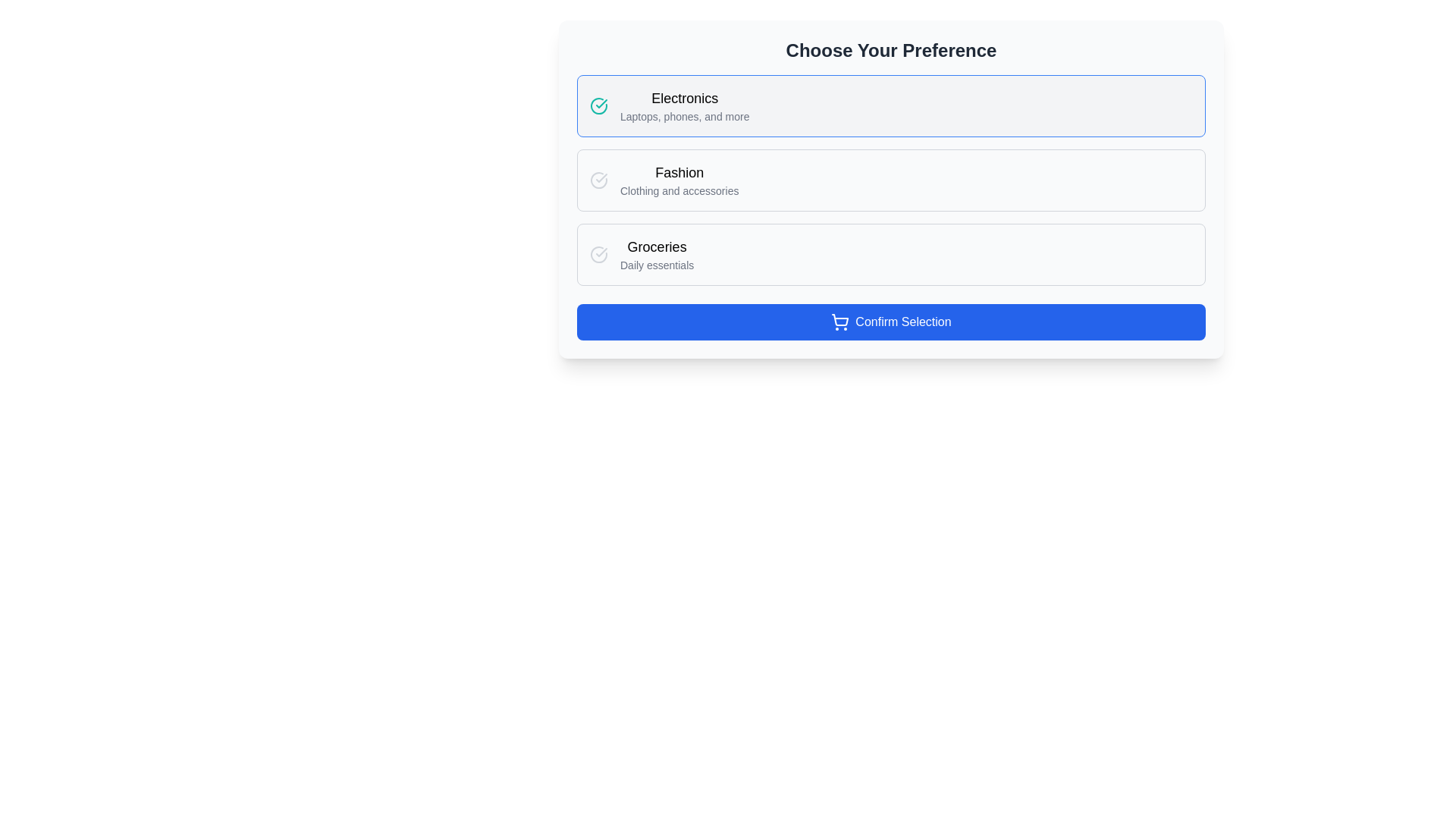 This screenshot has height=819, width=1456. What do you see at coordinates (598, 105) in the screenshot?
I see `the circular teal-colored selection indicator icon with a checkmark, located to the left of the 'Electronics' preference option in the 'Choose Your Preference' list` at bounding box center [598, 105].